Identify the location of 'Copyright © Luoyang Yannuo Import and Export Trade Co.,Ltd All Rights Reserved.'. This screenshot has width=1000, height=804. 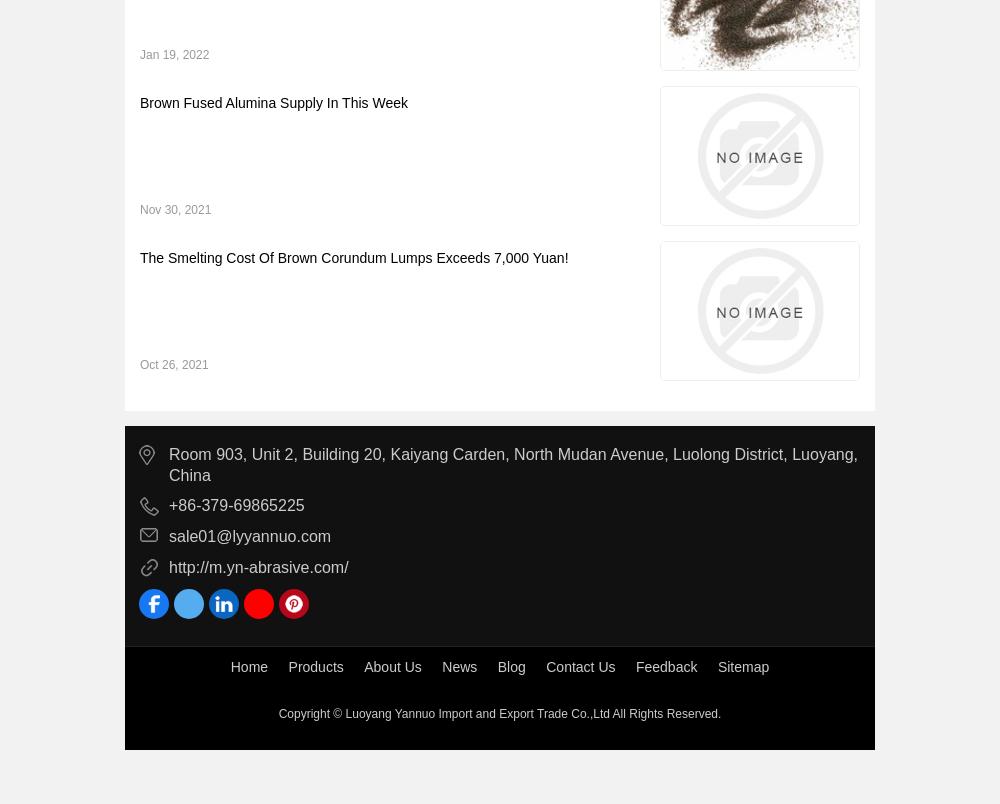
(498, 712).